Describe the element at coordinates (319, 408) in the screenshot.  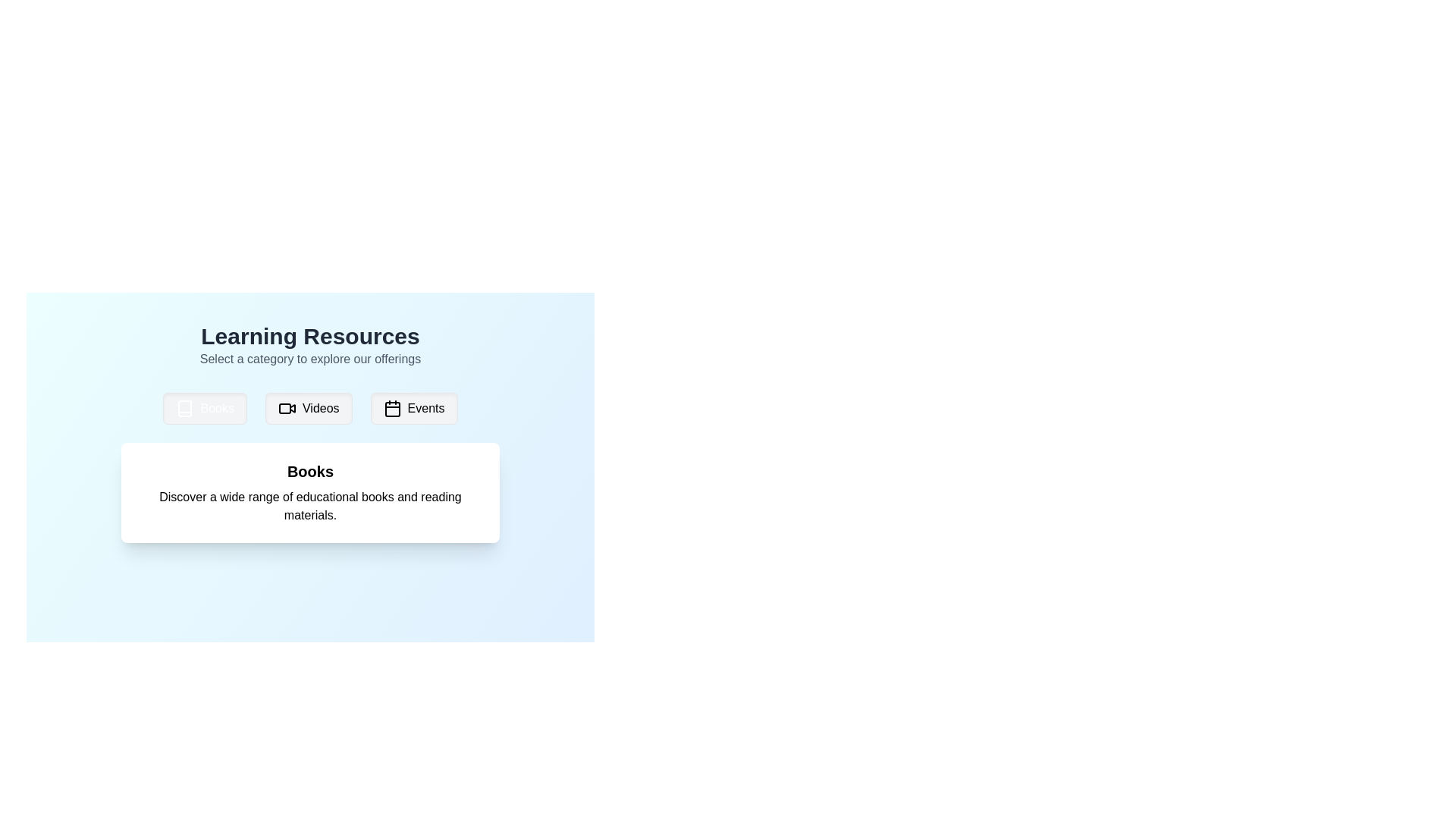
I see `the 'Videos' button, which is the second button in the row labeled 'Books', 'Videos', and 'Events'` at that location.